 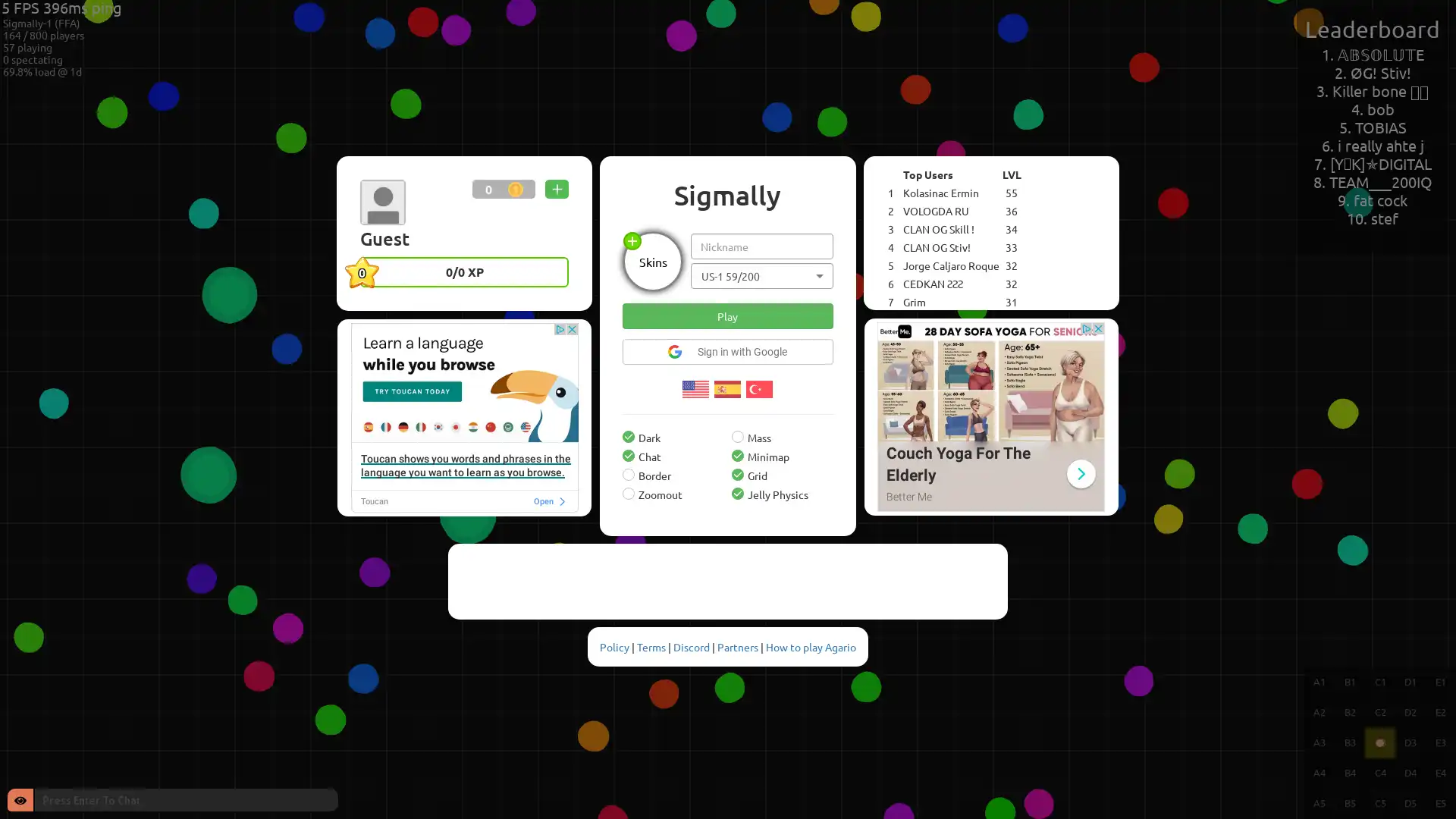 What do you see at coordinates (810, 646) in the screenshot?
I see `How to play Agario` at bounding box center [810, 646].